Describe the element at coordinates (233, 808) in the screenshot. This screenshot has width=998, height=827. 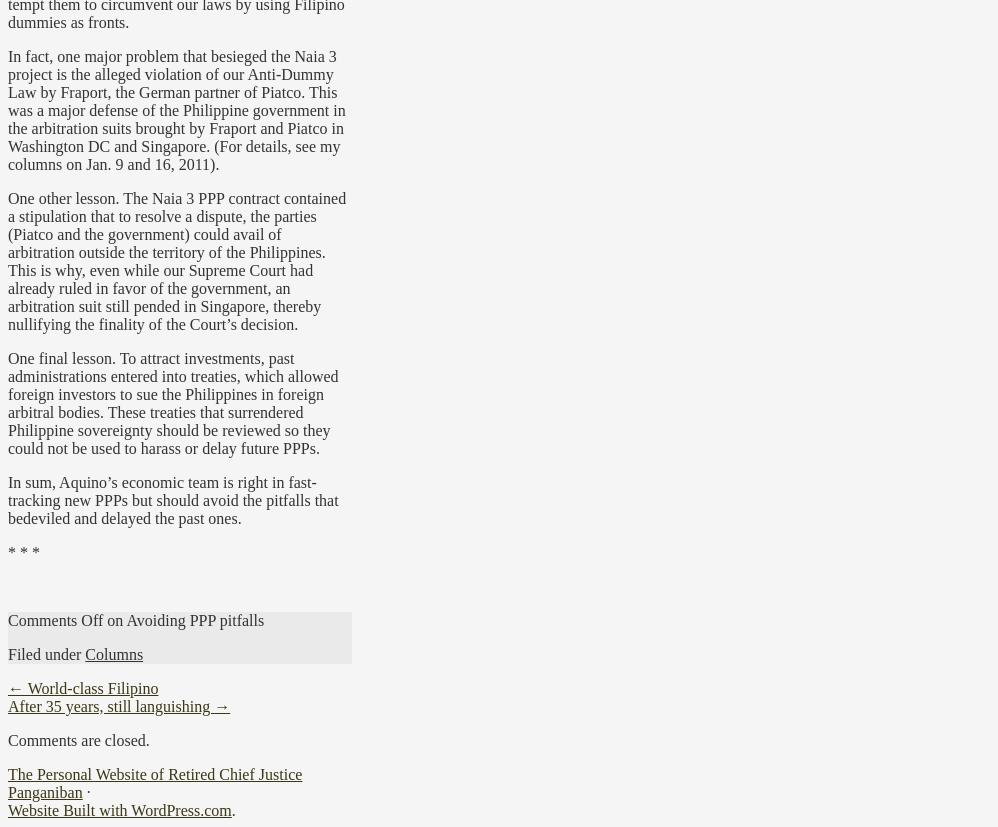
I see `'.'` at that location.